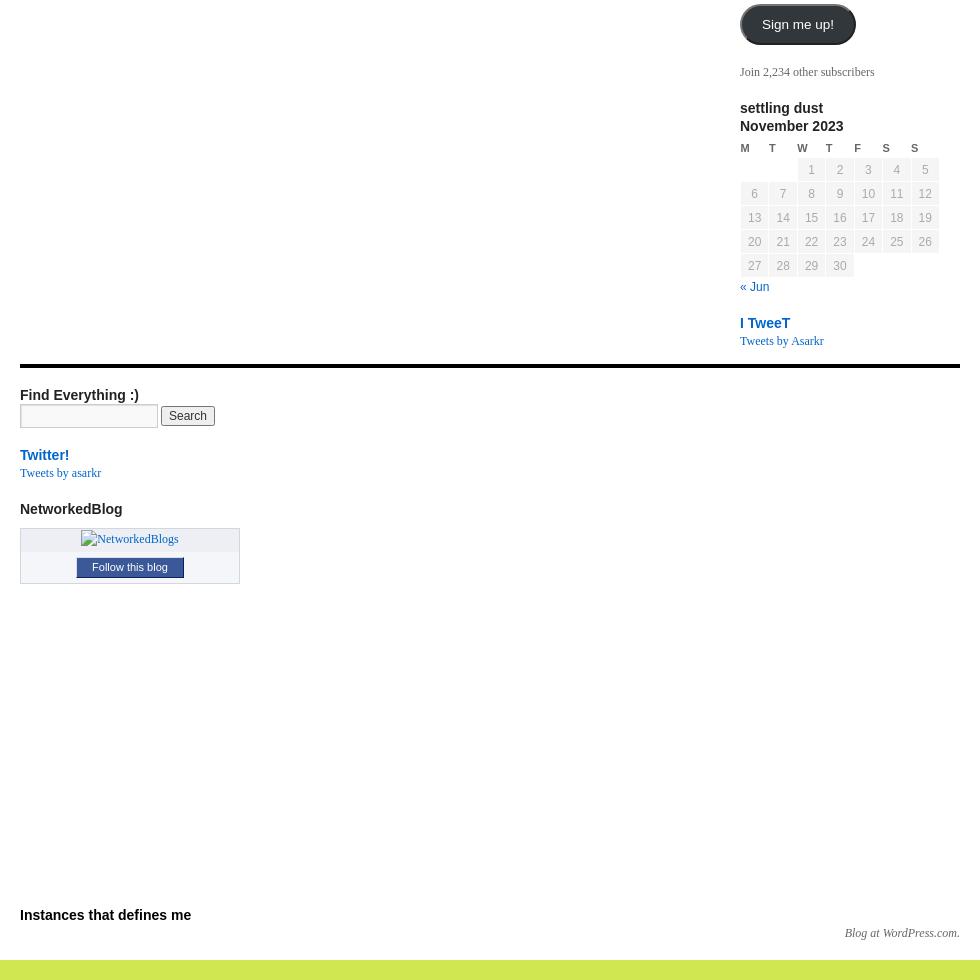 The width and height of the screenshot is (980, 980). I want to click on '21', so click(782, 241).